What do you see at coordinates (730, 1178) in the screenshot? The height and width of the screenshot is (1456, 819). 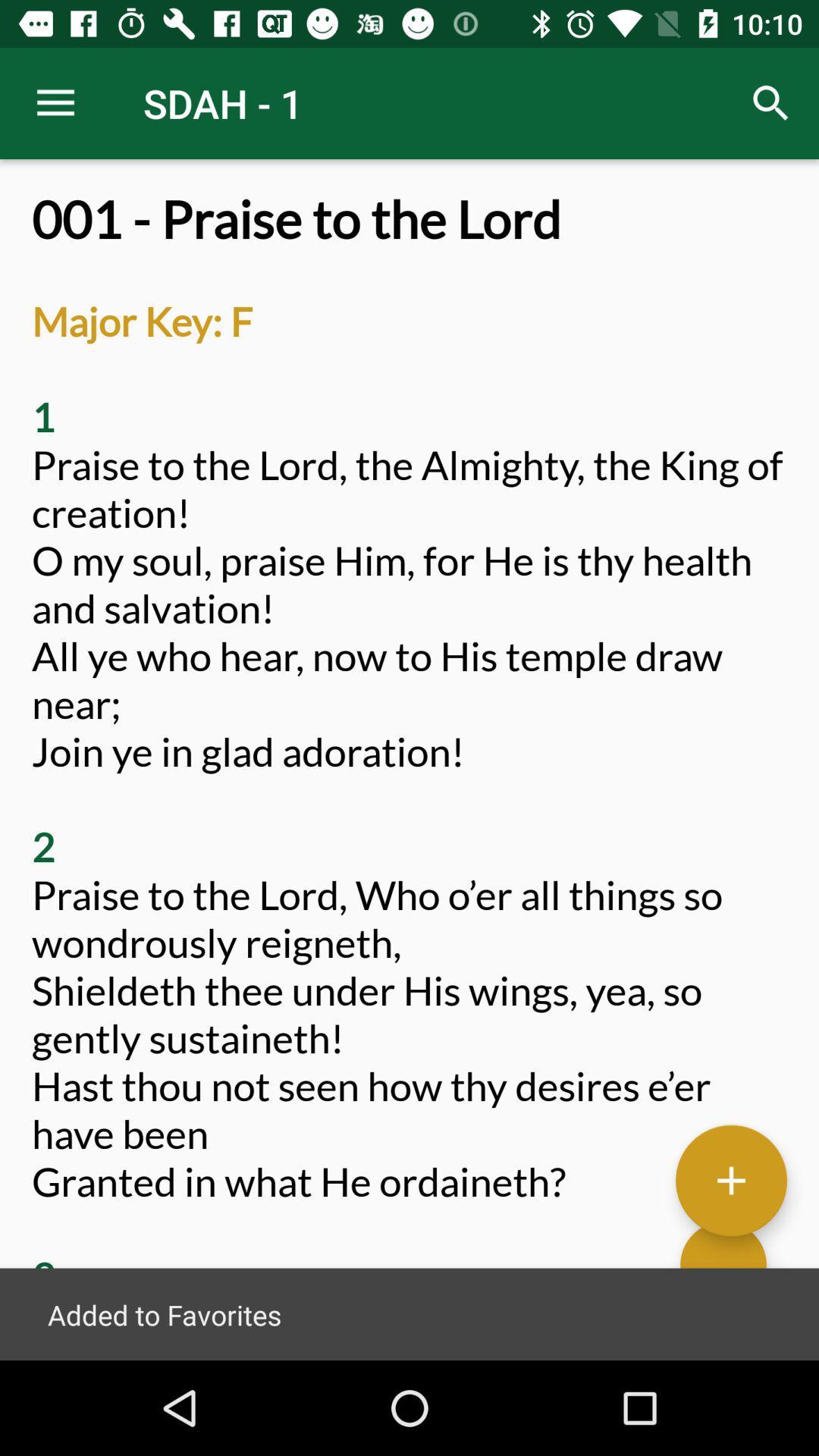 I see `icon above added to favorites` at bounding box center [730, 1178].